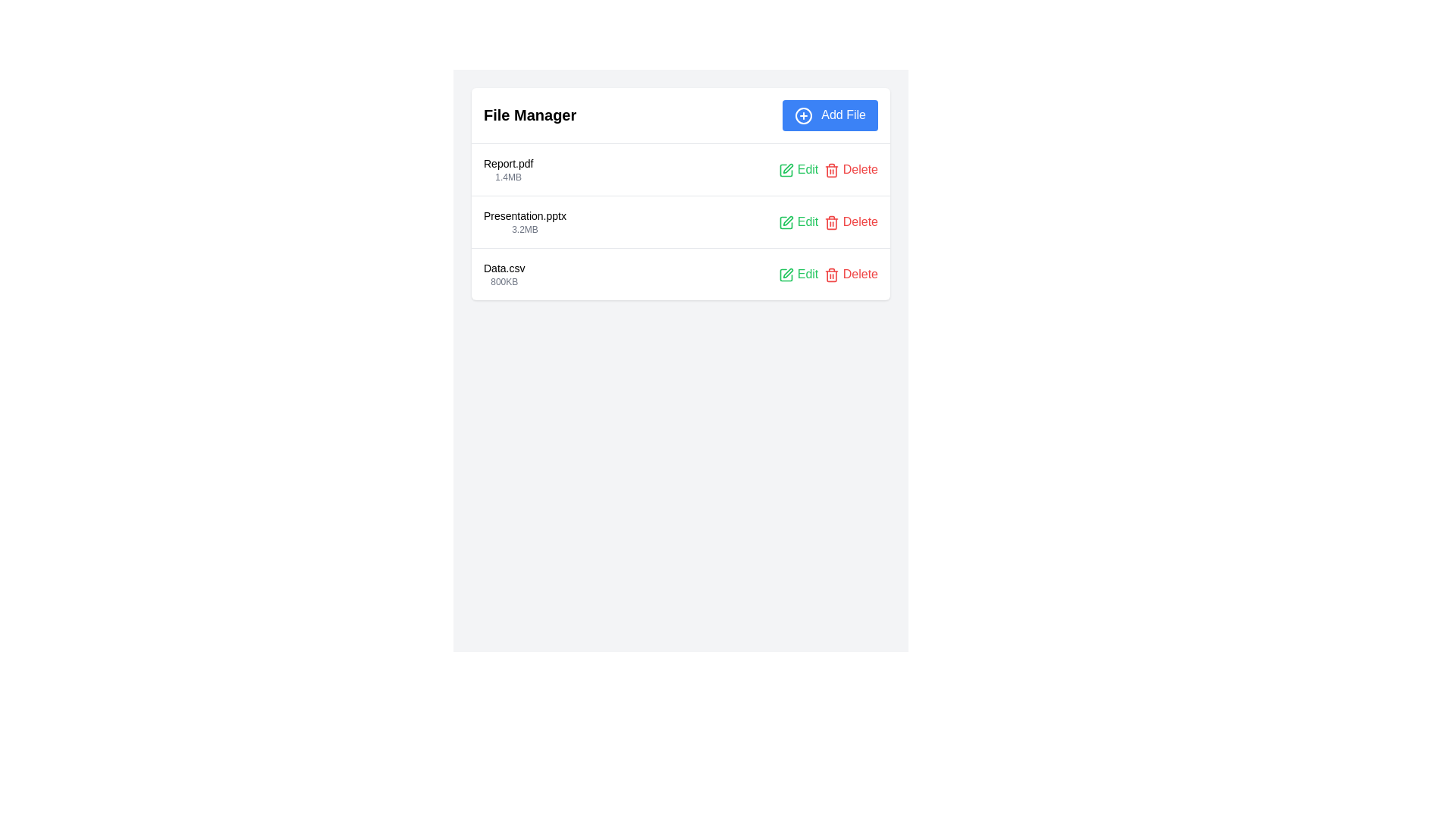 Image resolution: width=1456 pixels, height=819 pixels. What do you see at coordinates (786, 275) in the screenshot?
I see `the green pencil icon that symbolizes an edit action, located to the left of the word 'Edit' for the file 'Data.csv'` at bounding box center [786, 275].